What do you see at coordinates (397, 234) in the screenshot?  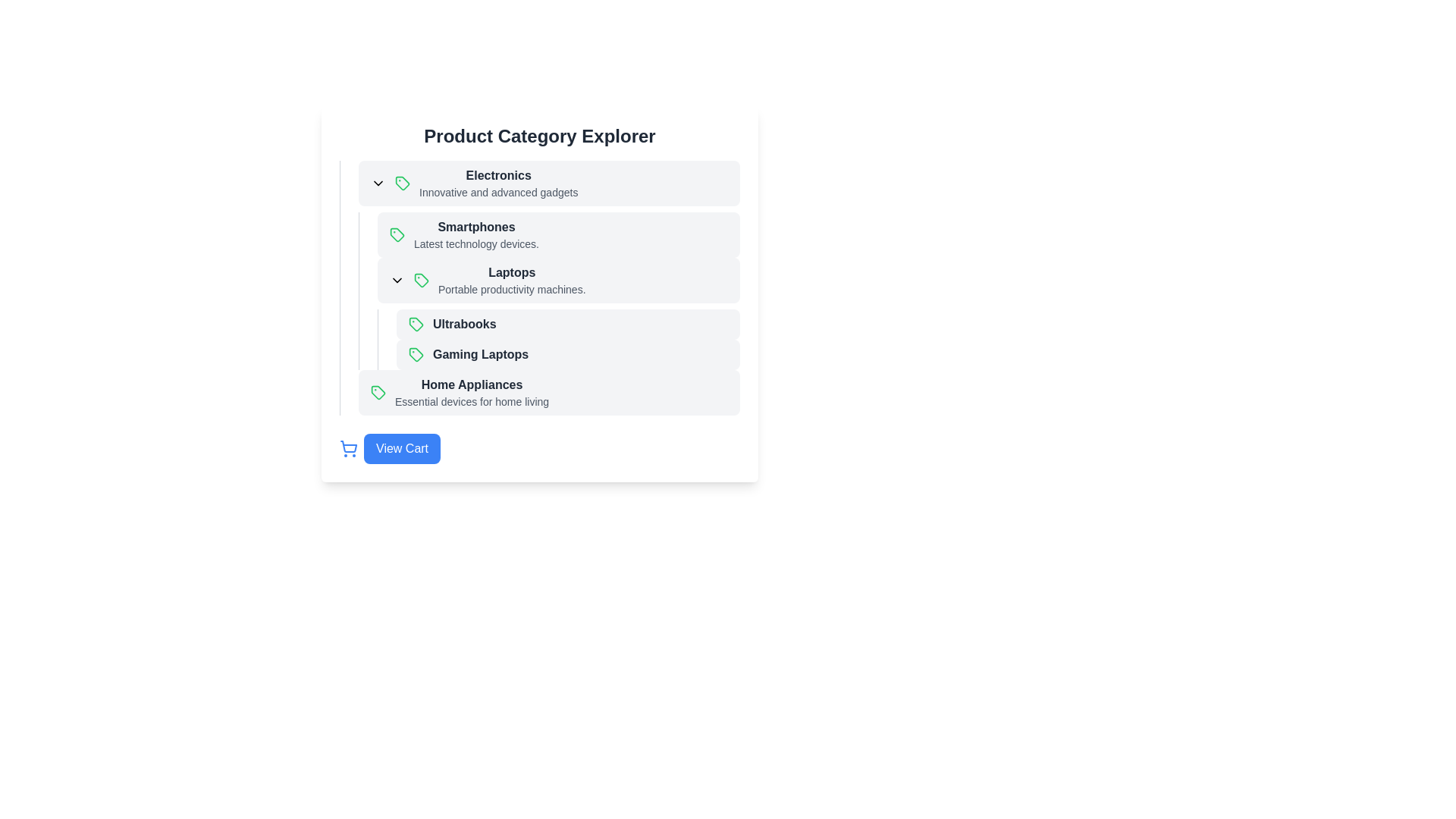 I see `the small price tag icon with a green outline located at the beginning of the 'Smartphones' list item in the 'Product Category Explorer' panel` at bounding box center [397, 234].